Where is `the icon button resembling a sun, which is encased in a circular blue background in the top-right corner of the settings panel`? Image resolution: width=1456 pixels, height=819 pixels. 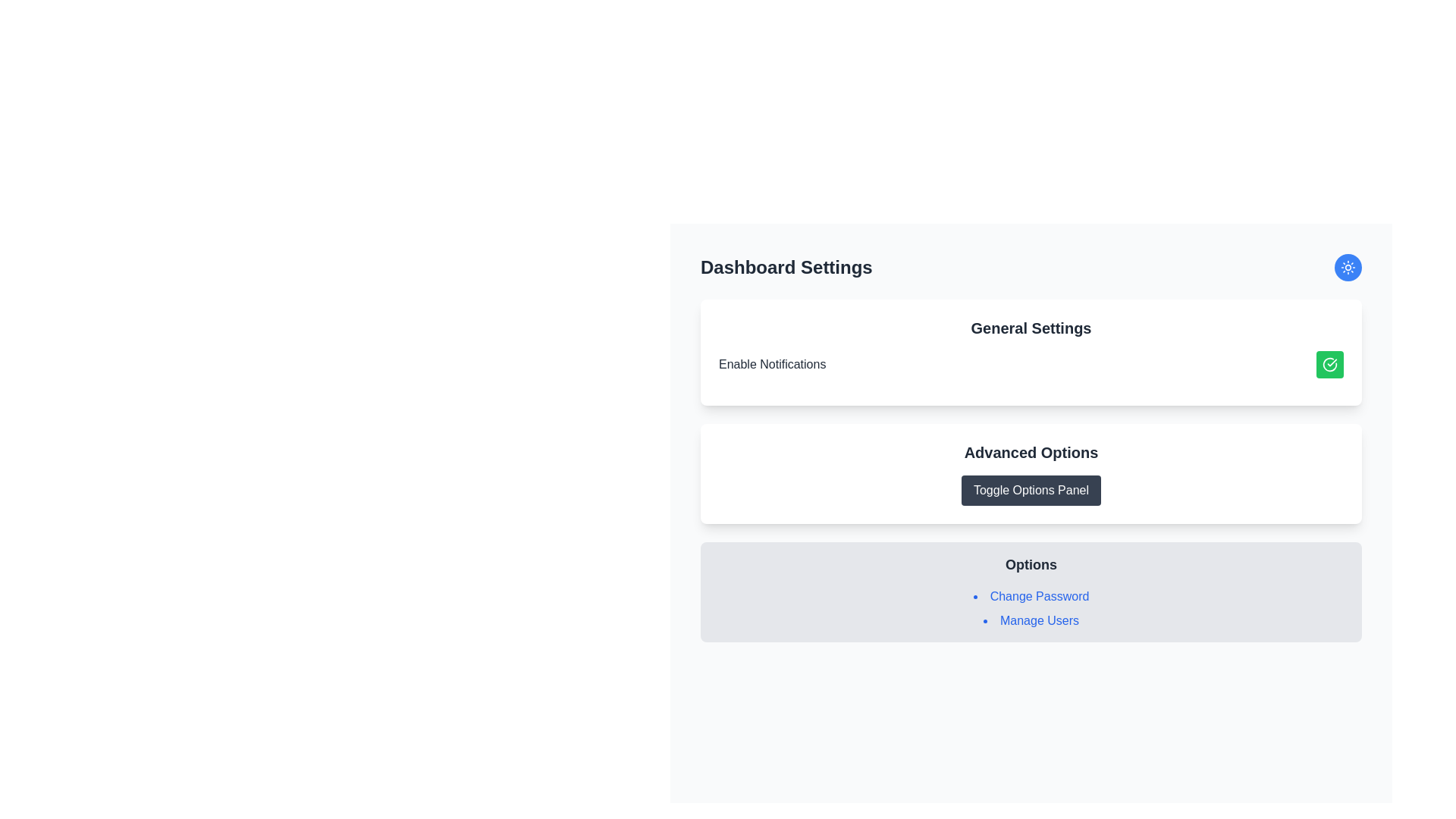
the icon button resembling a sun, which is encased in a circular blue background in the top-right corner of the settings panel is located at coordinates (1348, 267).